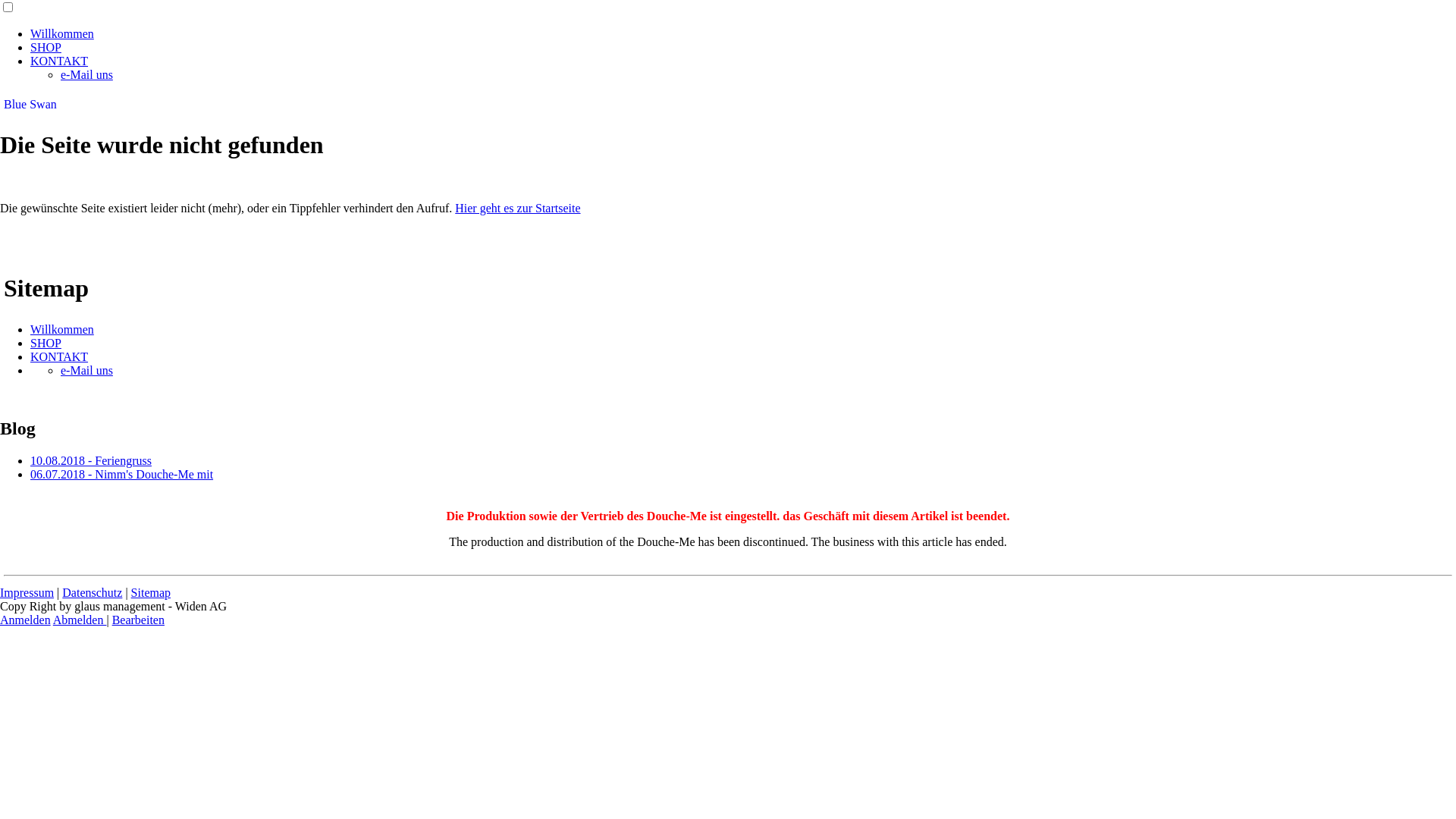 This screenshot has width=1456, height=819. What do you see at coordinates (517, 208) in the screenshot?
I see `'Hier geht es zur Startseite'` at bounding box center [517, 208].